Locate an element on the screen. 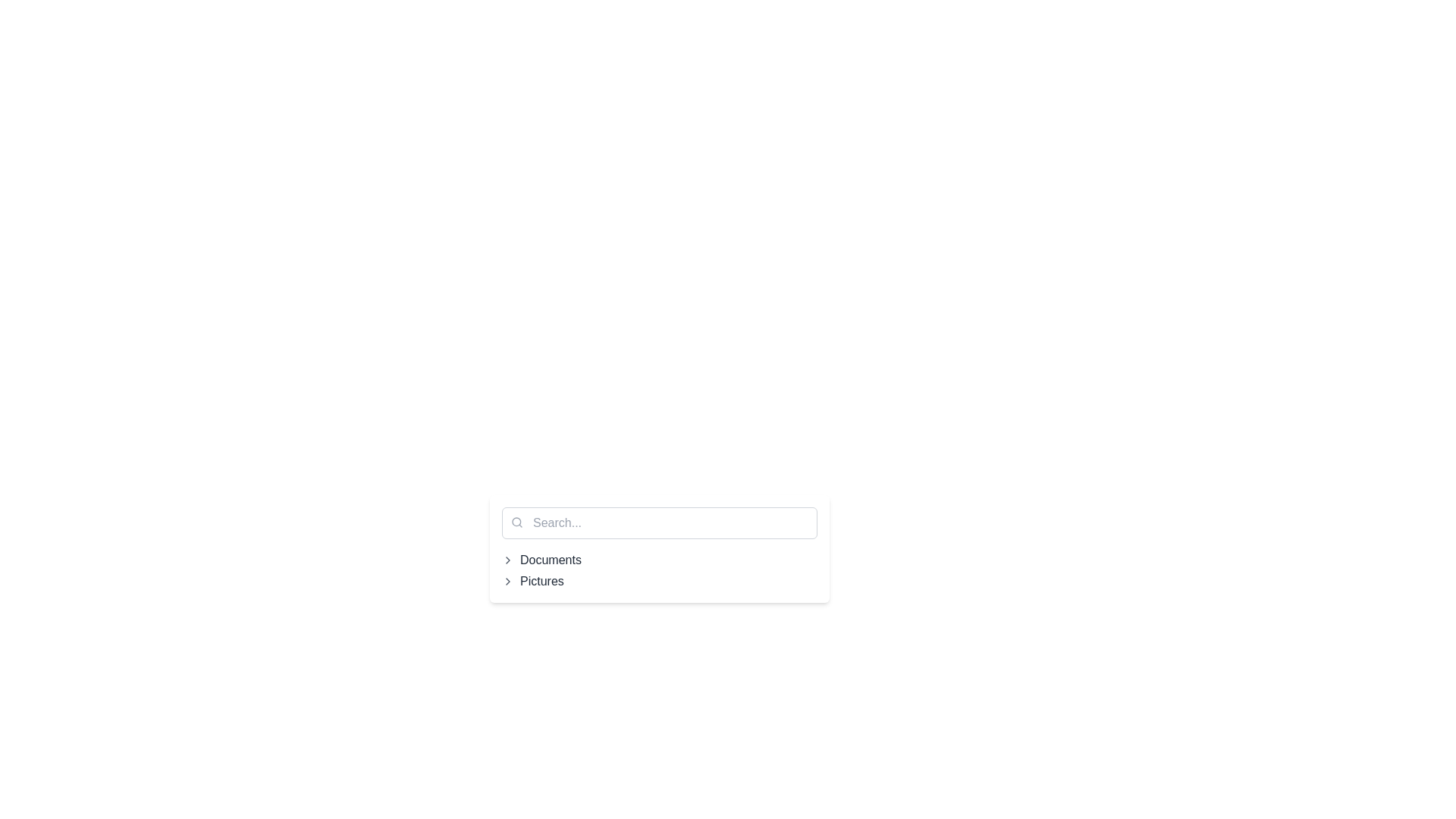  the expandable icon located to the left of the 'Pictures' text is located at coordinates (508, 581).